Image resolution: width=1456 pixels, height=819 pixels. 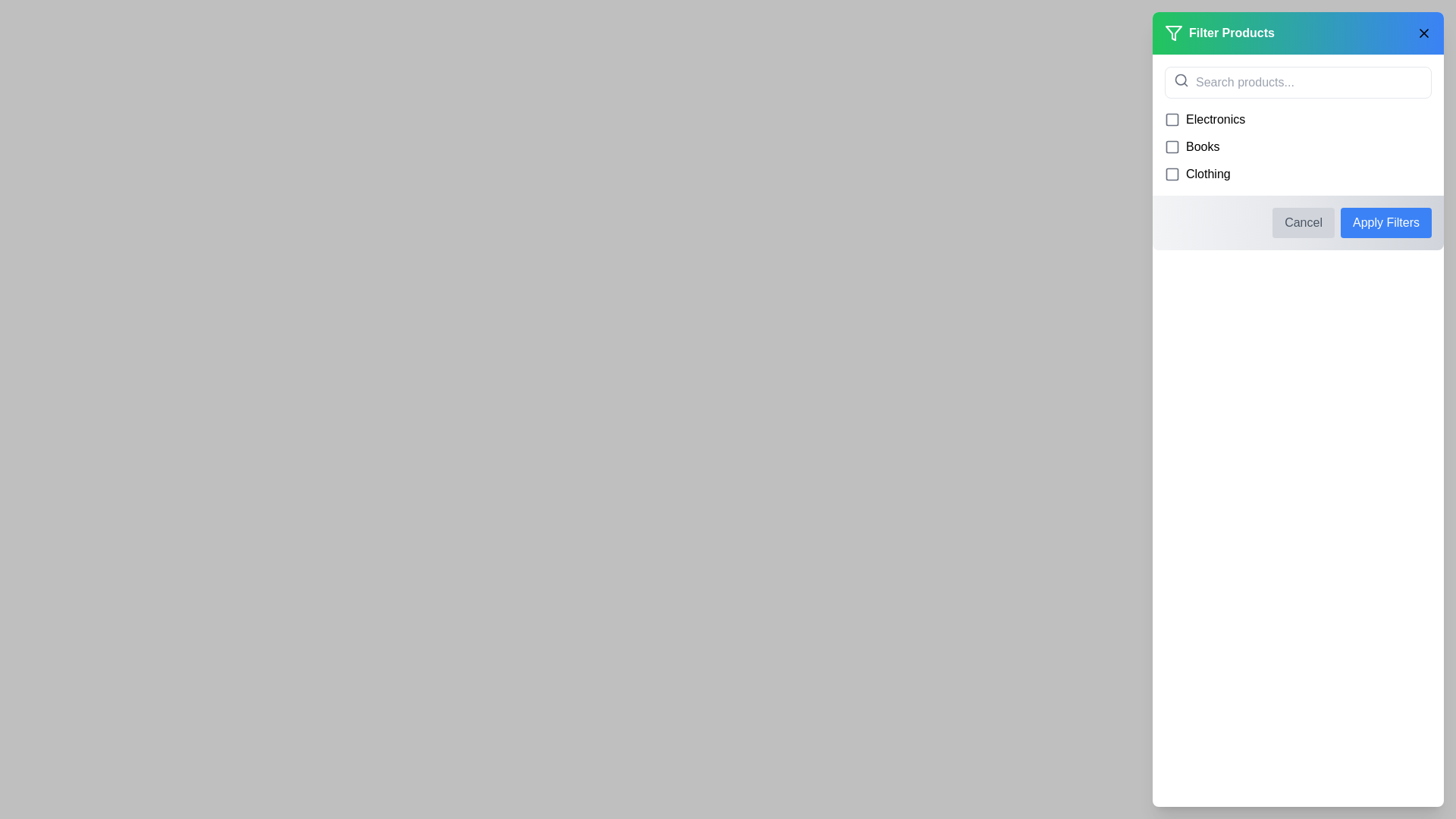 I want to click on the 'Books' checkbox, so click(x=1298, y=146).